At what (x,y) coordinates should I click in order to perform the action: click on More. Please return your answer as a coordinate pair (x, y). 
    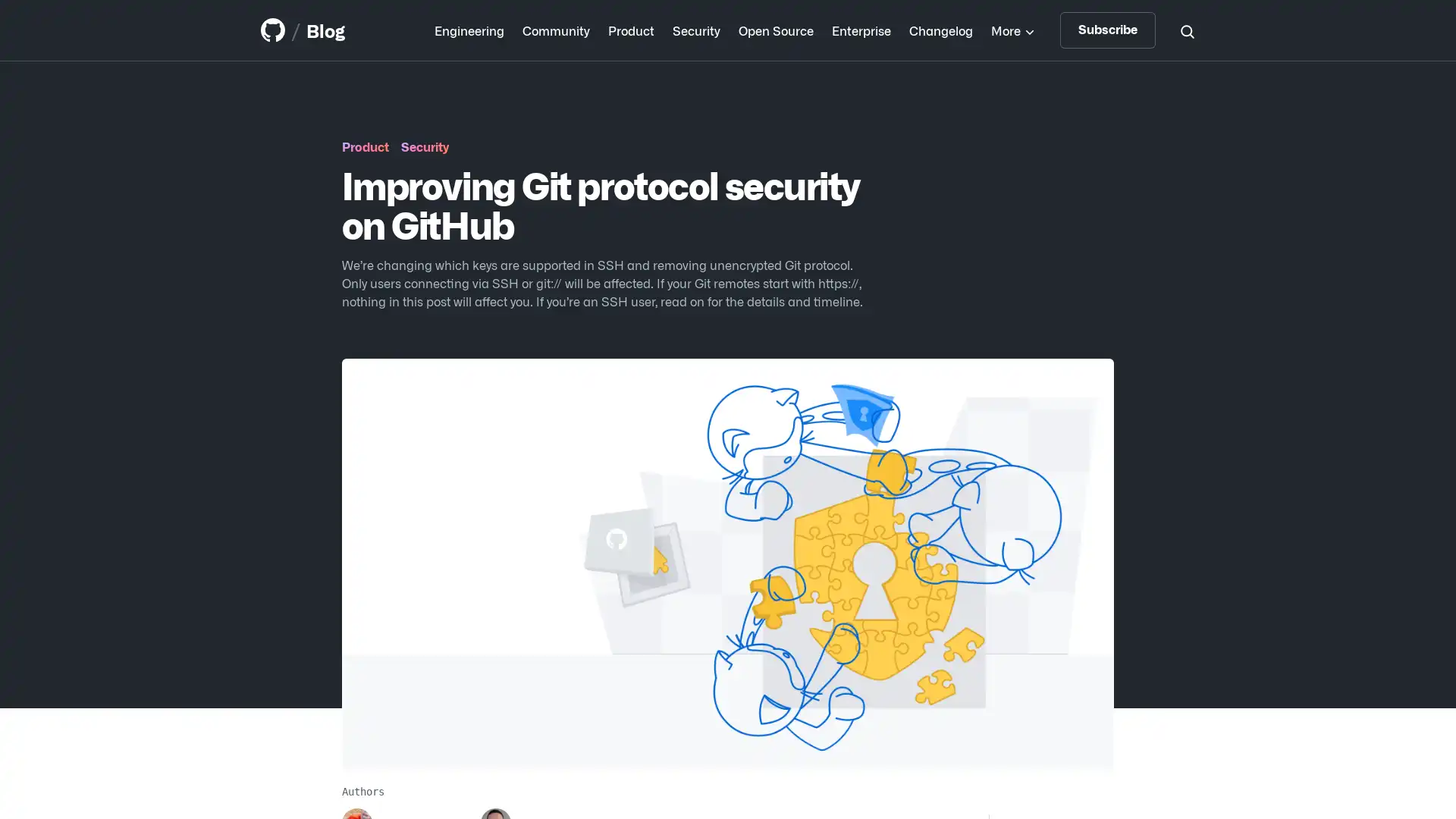
    Looking at the image, I should click on (1013, 29).